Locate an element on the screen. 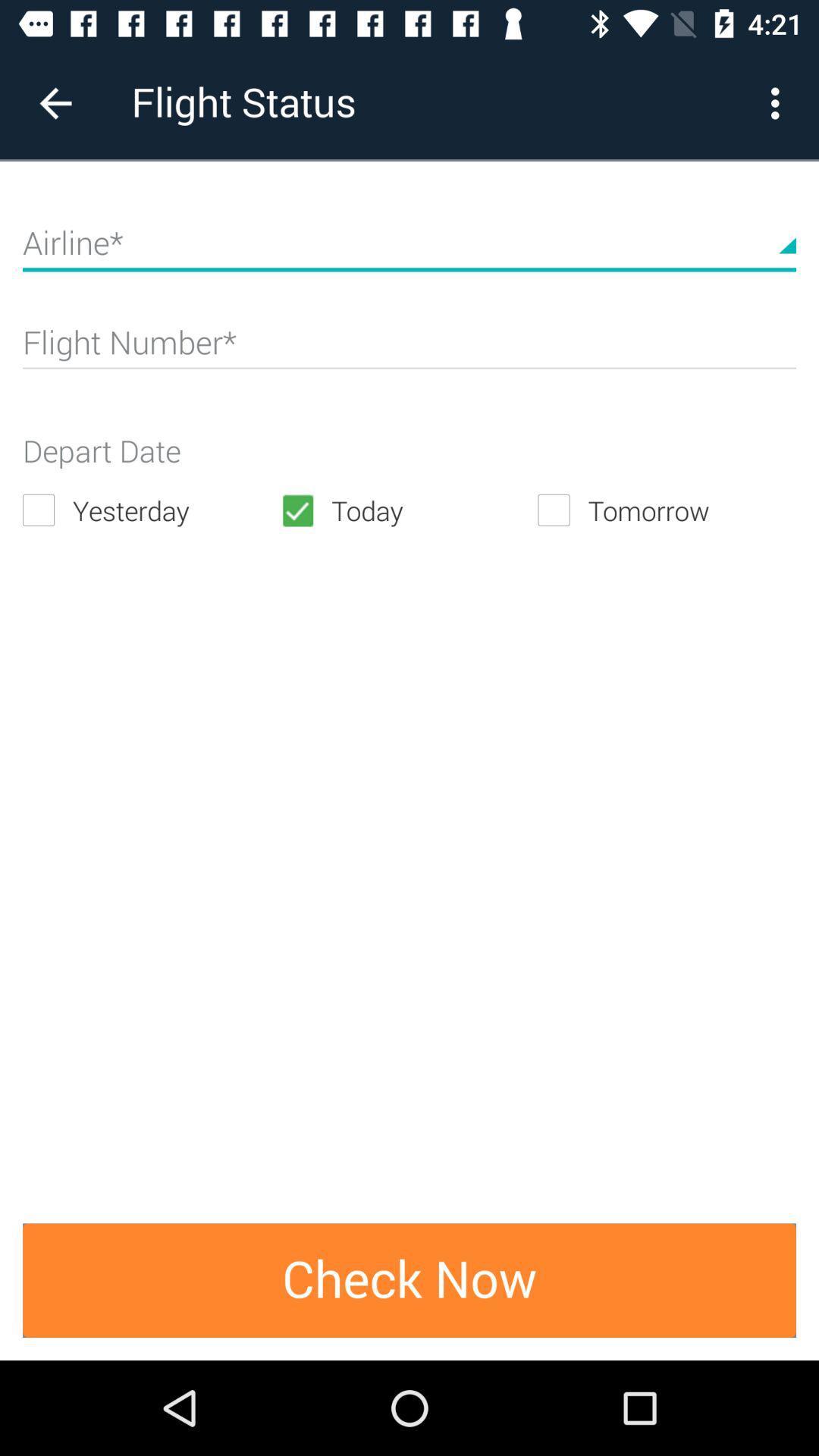 The height and width of the screenshot is (1456, 819). the icon on the left is located at coordinates (151, 510).